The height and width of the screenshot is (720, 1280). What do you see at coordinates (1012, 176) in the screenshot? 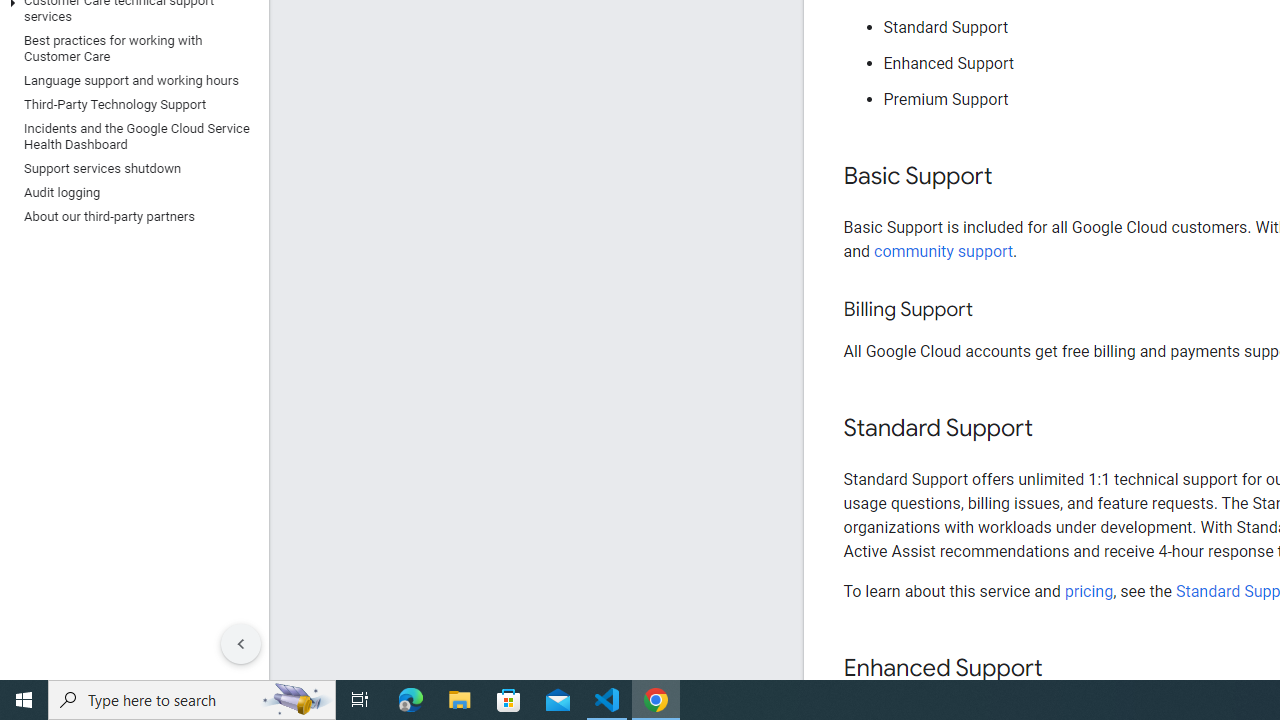
I see `'Copy link to this section: Basic Support'` at bounding box center [1012, 176].